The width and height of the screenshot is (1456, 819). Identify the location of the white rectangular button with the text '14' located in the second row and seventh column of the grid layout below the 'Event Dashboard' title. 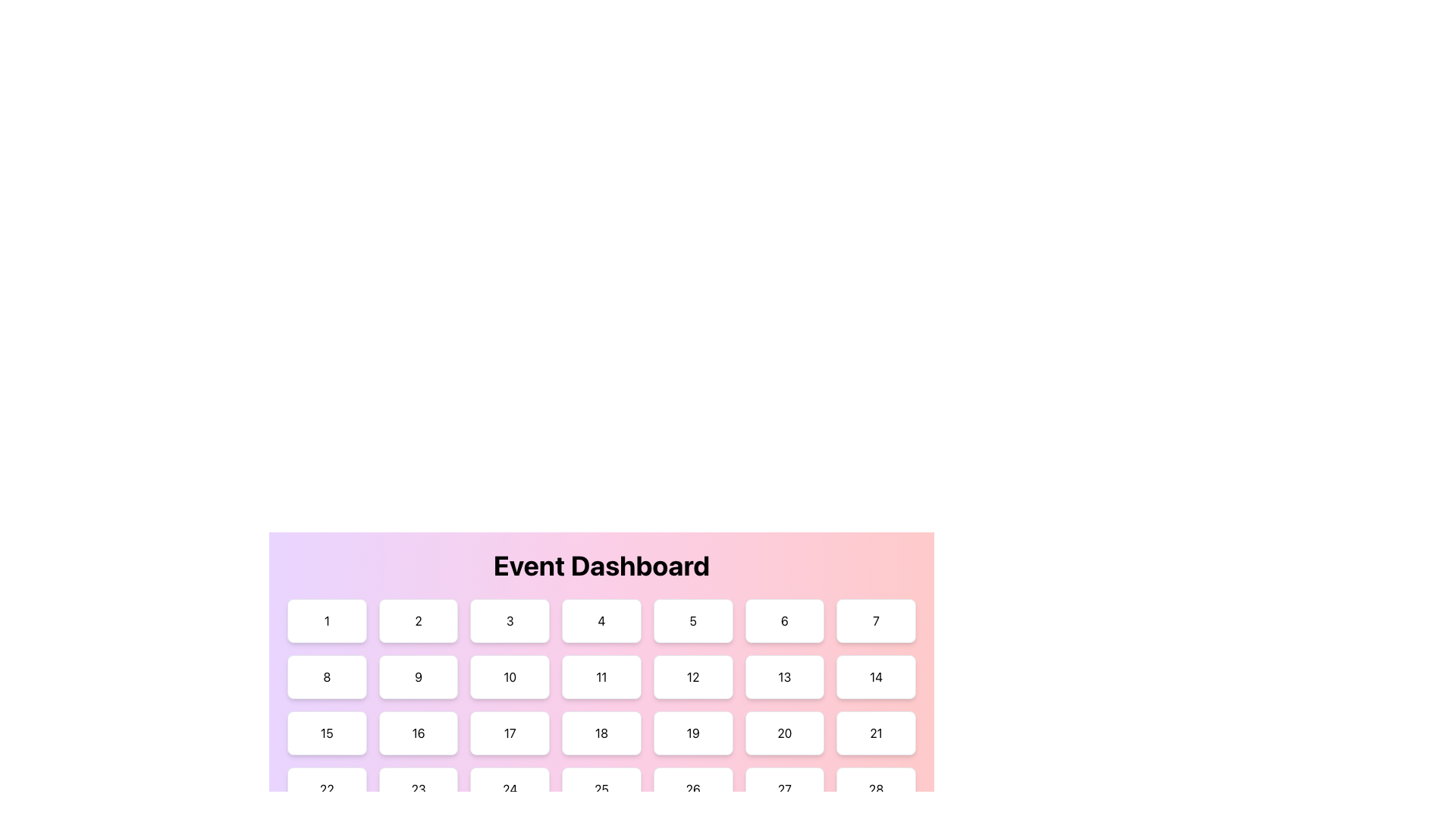
(876, 676).